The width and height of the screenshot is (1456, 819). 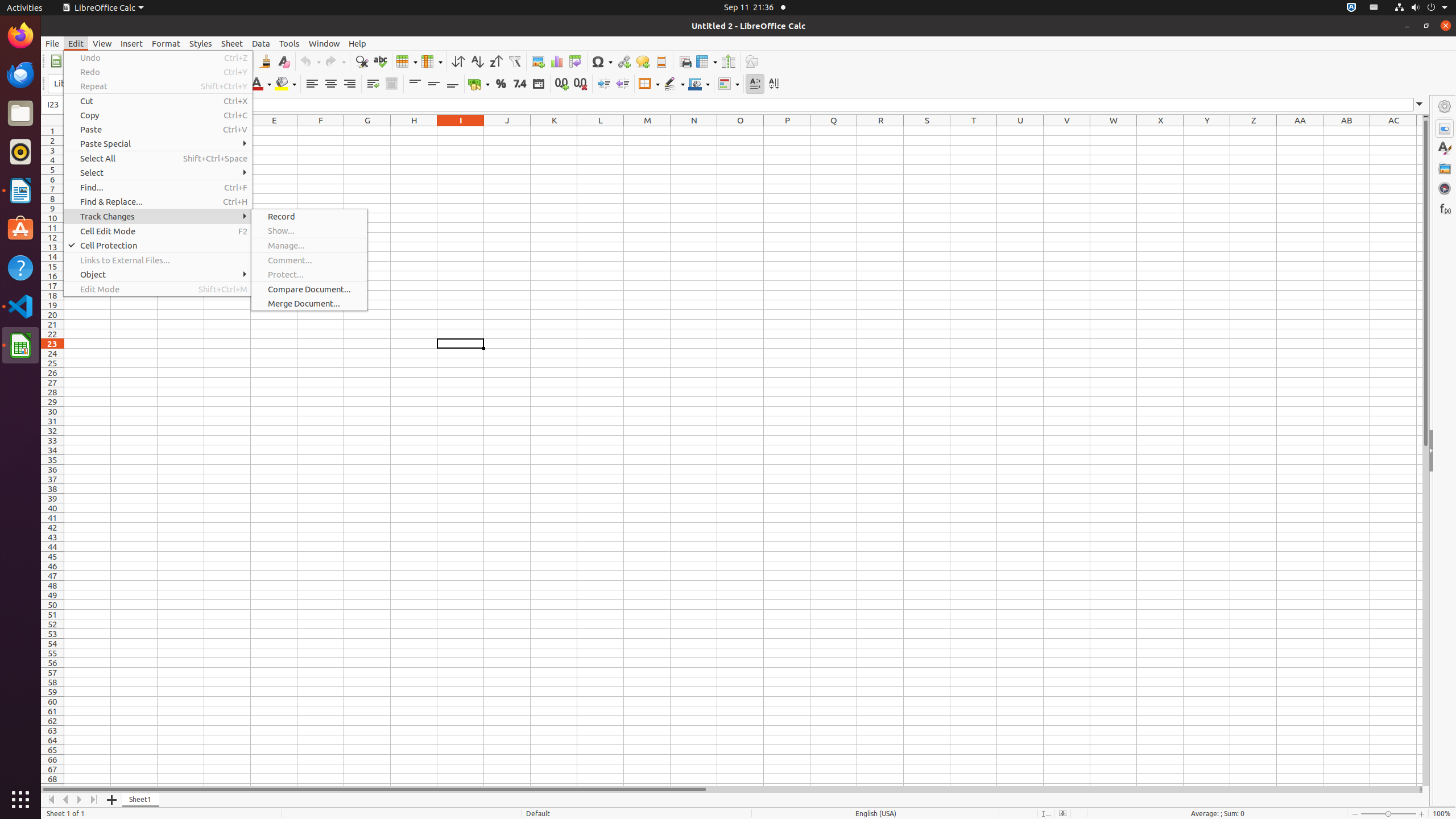 I want to click on 'AD1', so click(x=1419, y=130).